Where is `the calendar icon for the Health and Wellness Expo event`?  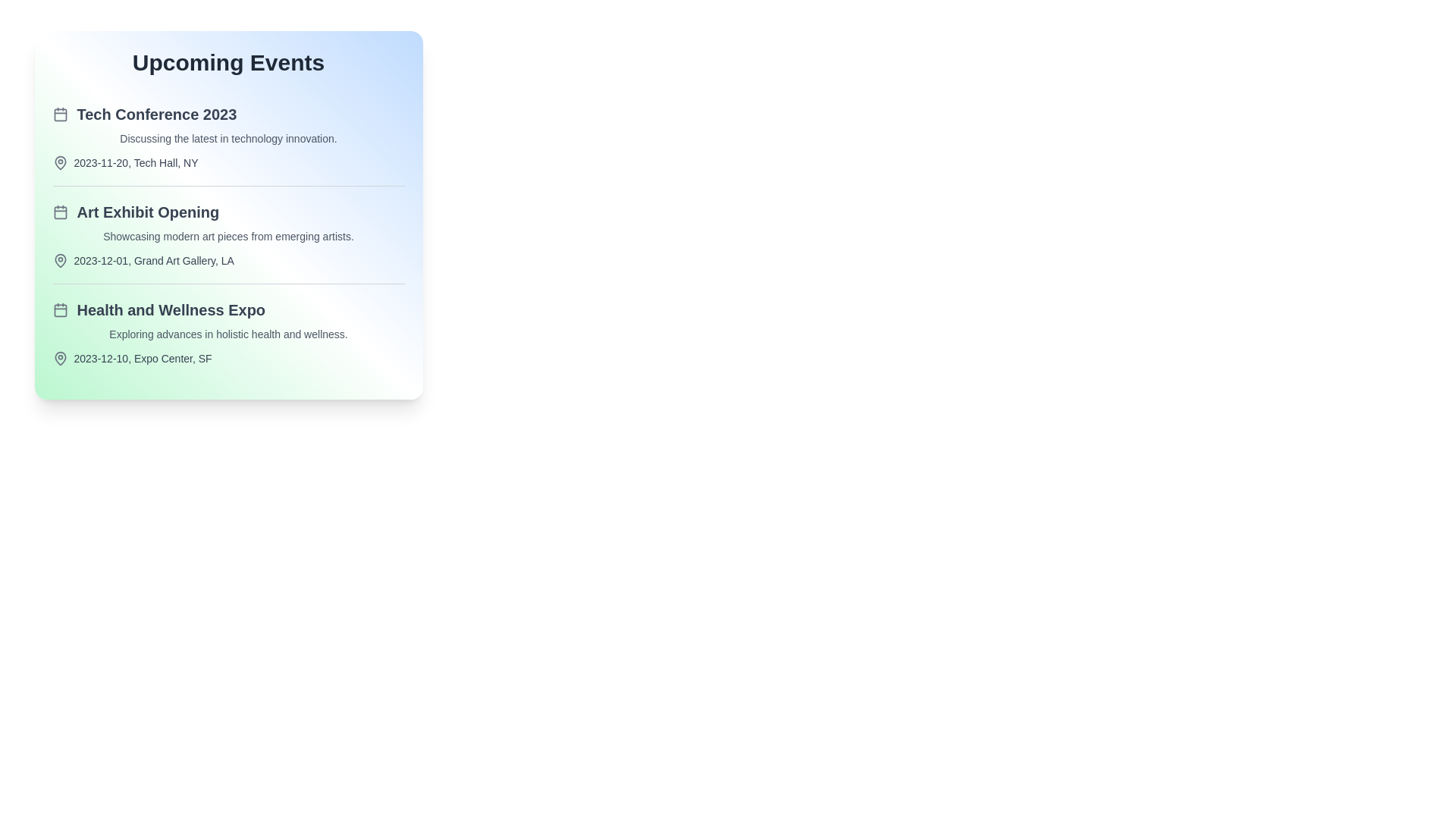 the calendar icon for the Health and Wellness Expo event is located at coordinates (60, 309).